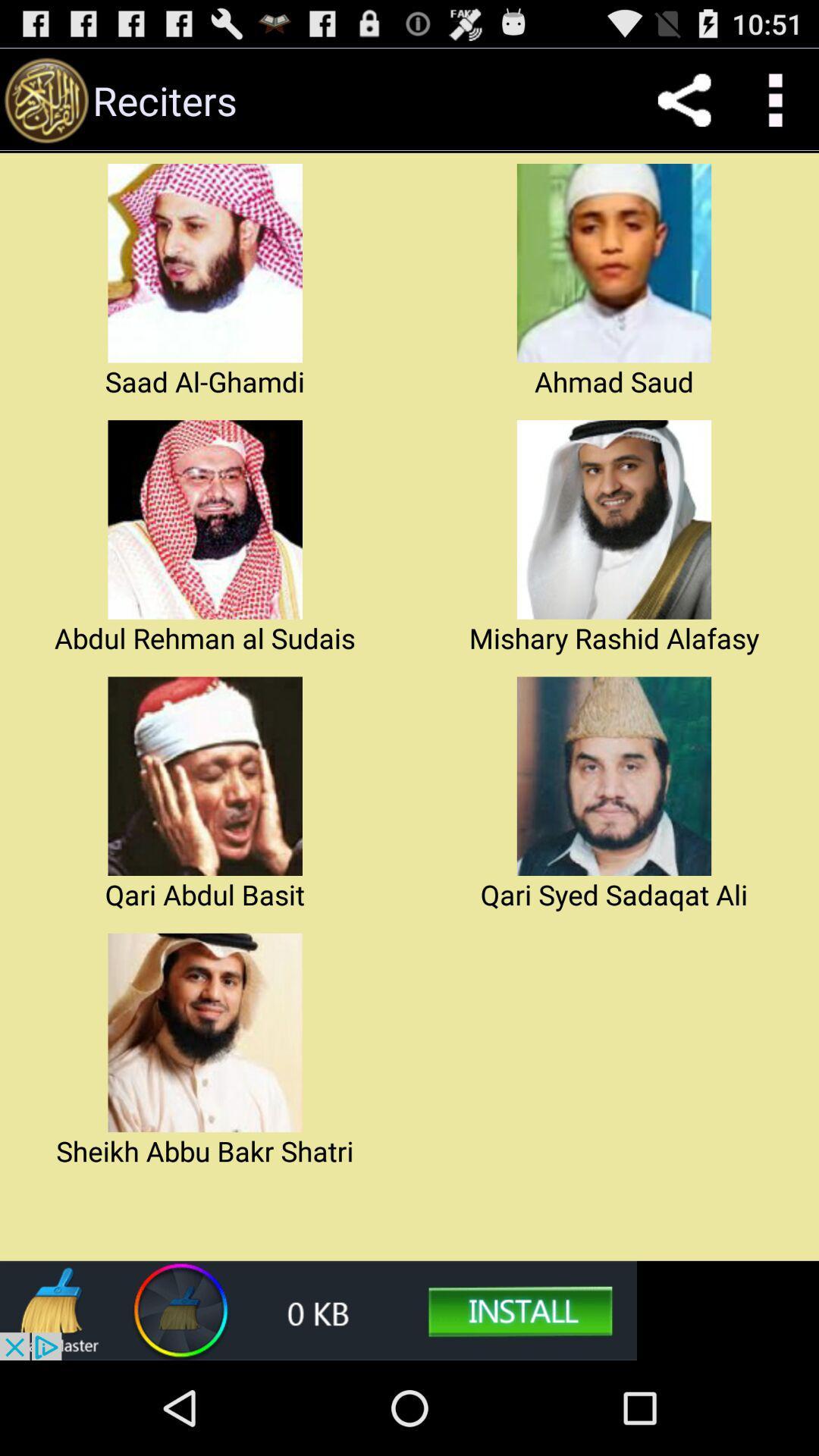 The width and height of the screenshot is (819, 1456). Describe the element at coordinates (45, 99) in the screenshot. I see `the reciters icon` at that location.